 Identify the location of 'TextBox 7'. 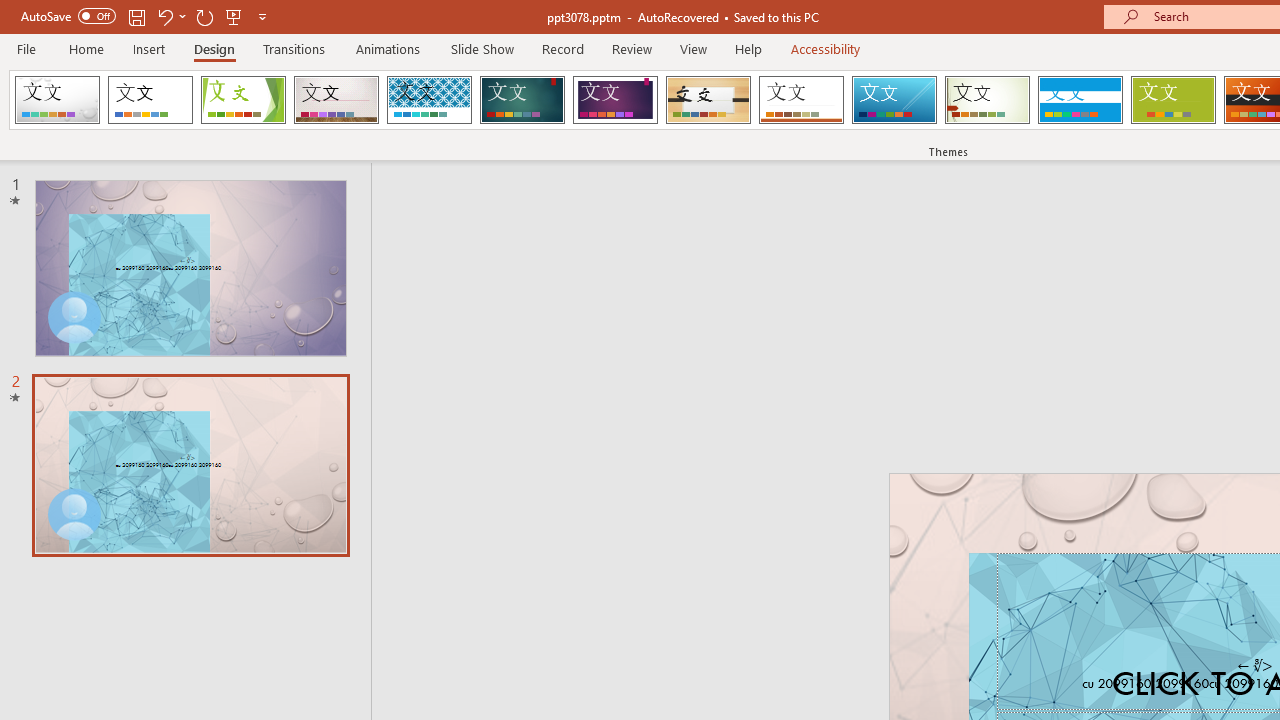
(1254, 666).